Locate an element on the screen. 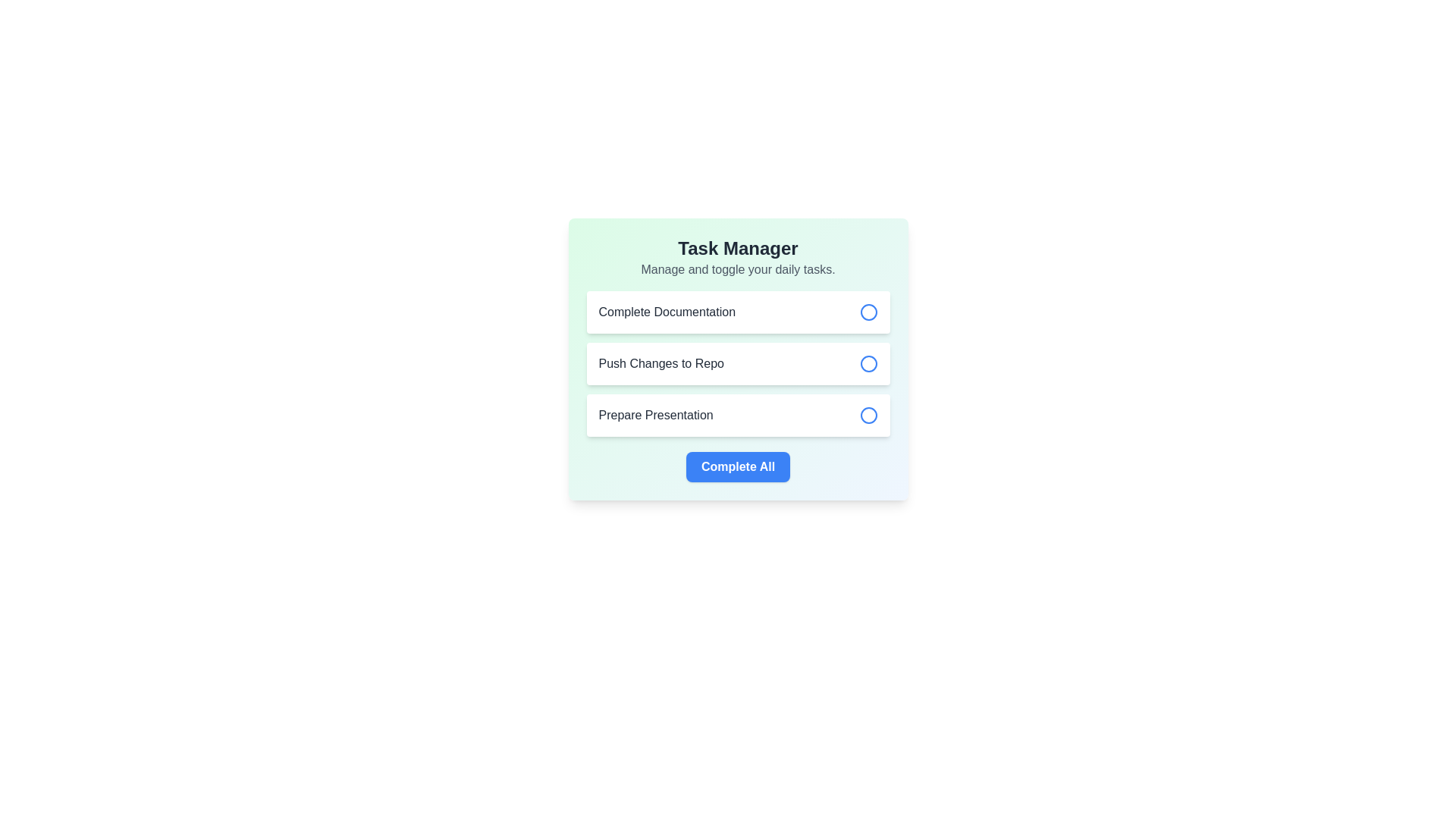 Image resolution: width=1456 pixels, height=819 pixels. the radio button toggle for 'Complete Documentation' is located at coordinates (868, 312).